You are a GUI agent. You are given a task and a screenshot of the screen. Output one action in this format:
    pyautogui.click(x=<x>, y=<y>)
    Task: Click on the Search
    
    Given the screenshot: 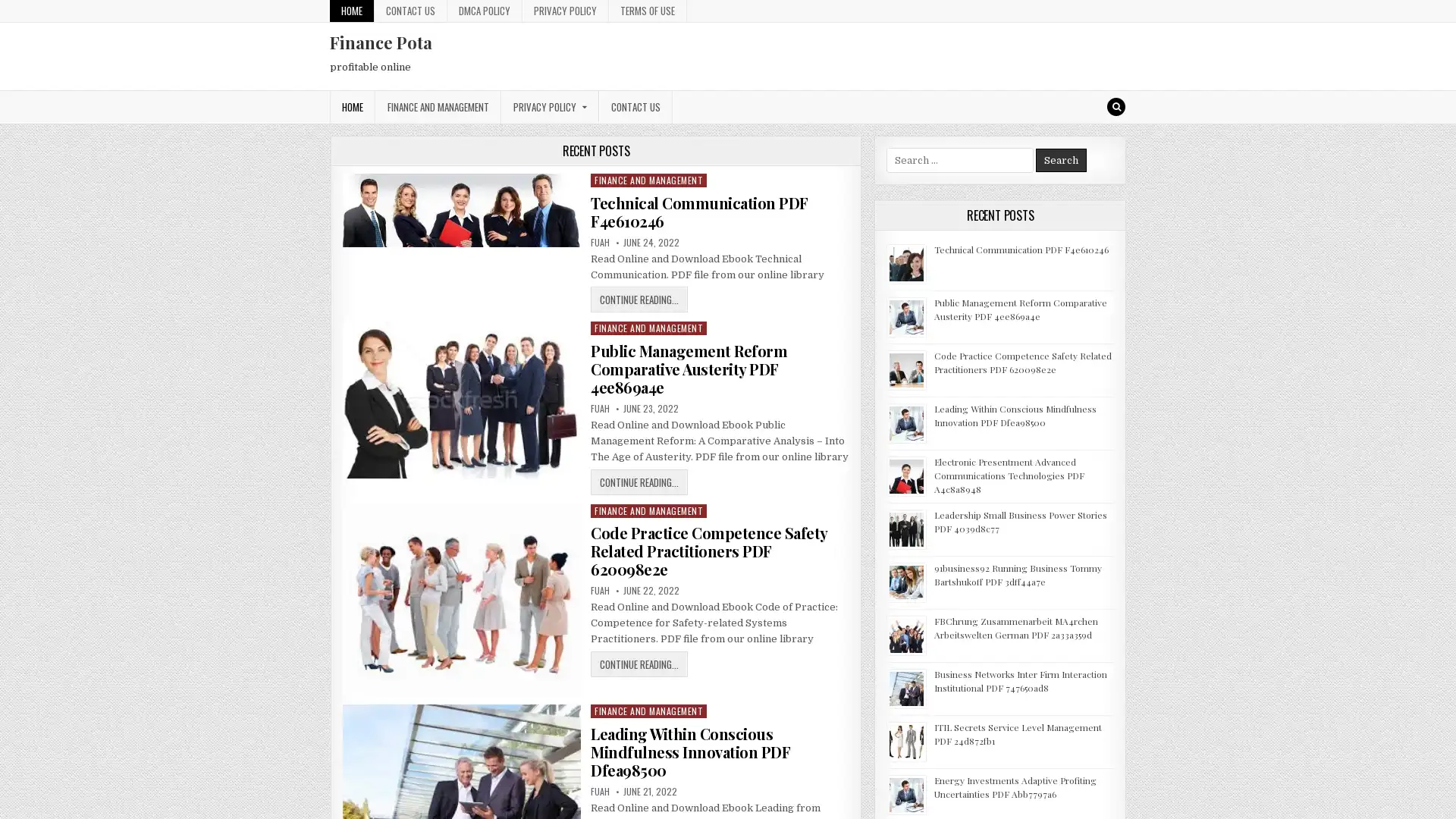 What is the action you would take?
    pyautogui.click(x=1060, y=160)
    